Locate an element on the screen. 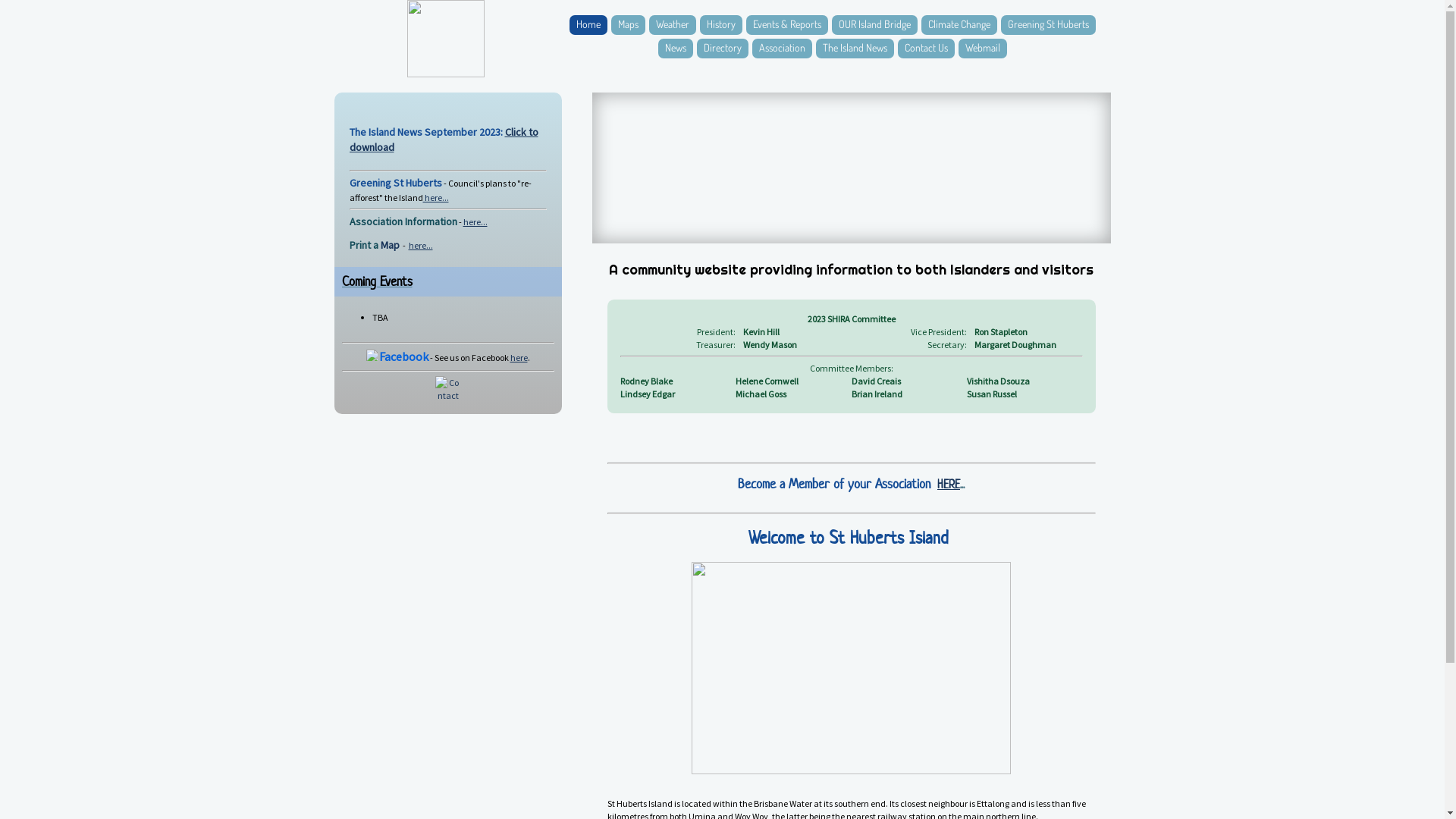 The image size is (1456, 819). 'Association' is located at coordinates (752, 48).